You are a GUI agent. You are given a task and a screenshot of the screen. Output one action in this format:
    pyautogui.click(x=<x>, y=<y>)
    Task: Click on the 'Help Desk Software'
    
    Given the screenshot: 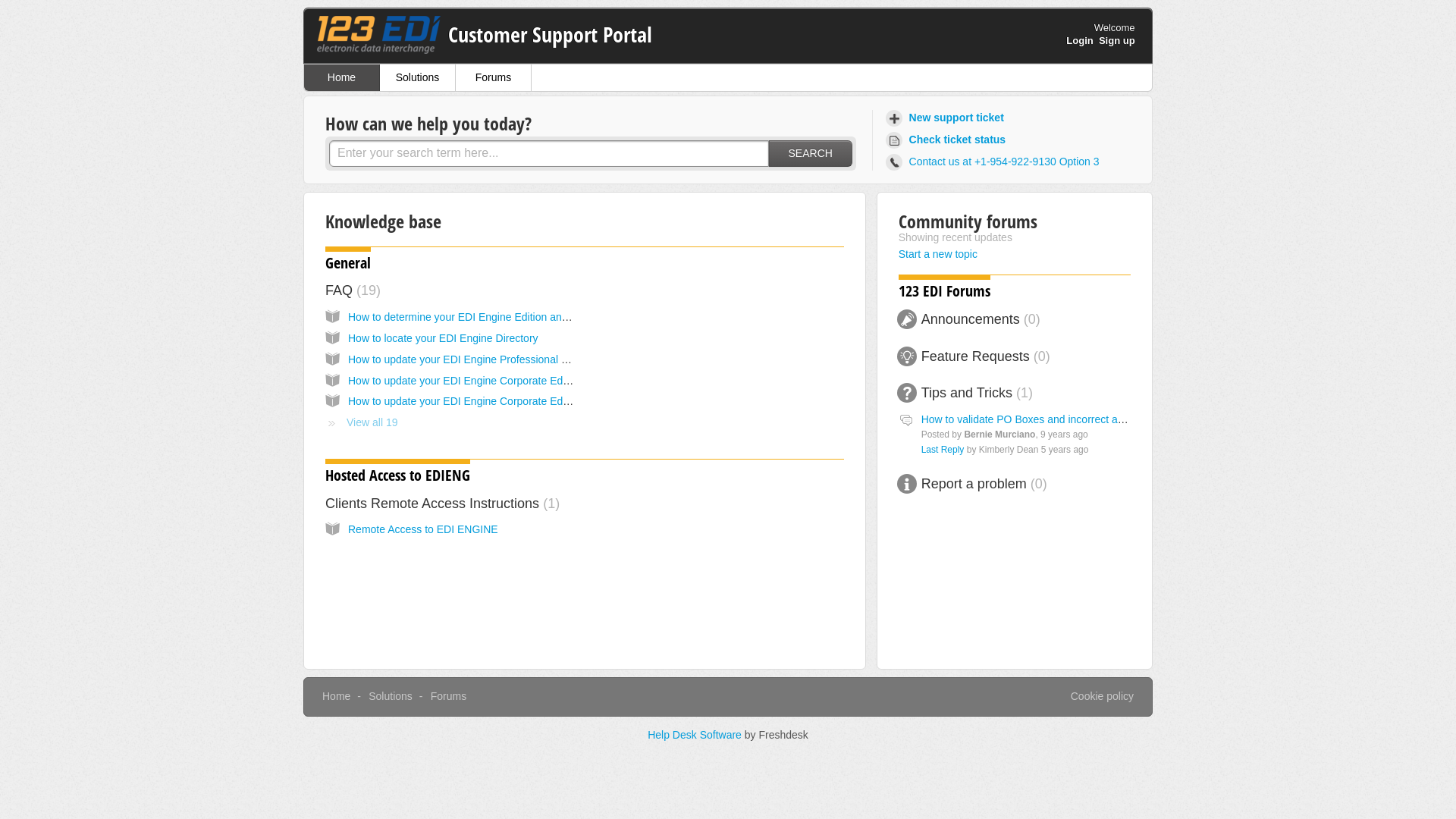 What is the action you would take?
    pyautogui.click(x=695, y=733)
    